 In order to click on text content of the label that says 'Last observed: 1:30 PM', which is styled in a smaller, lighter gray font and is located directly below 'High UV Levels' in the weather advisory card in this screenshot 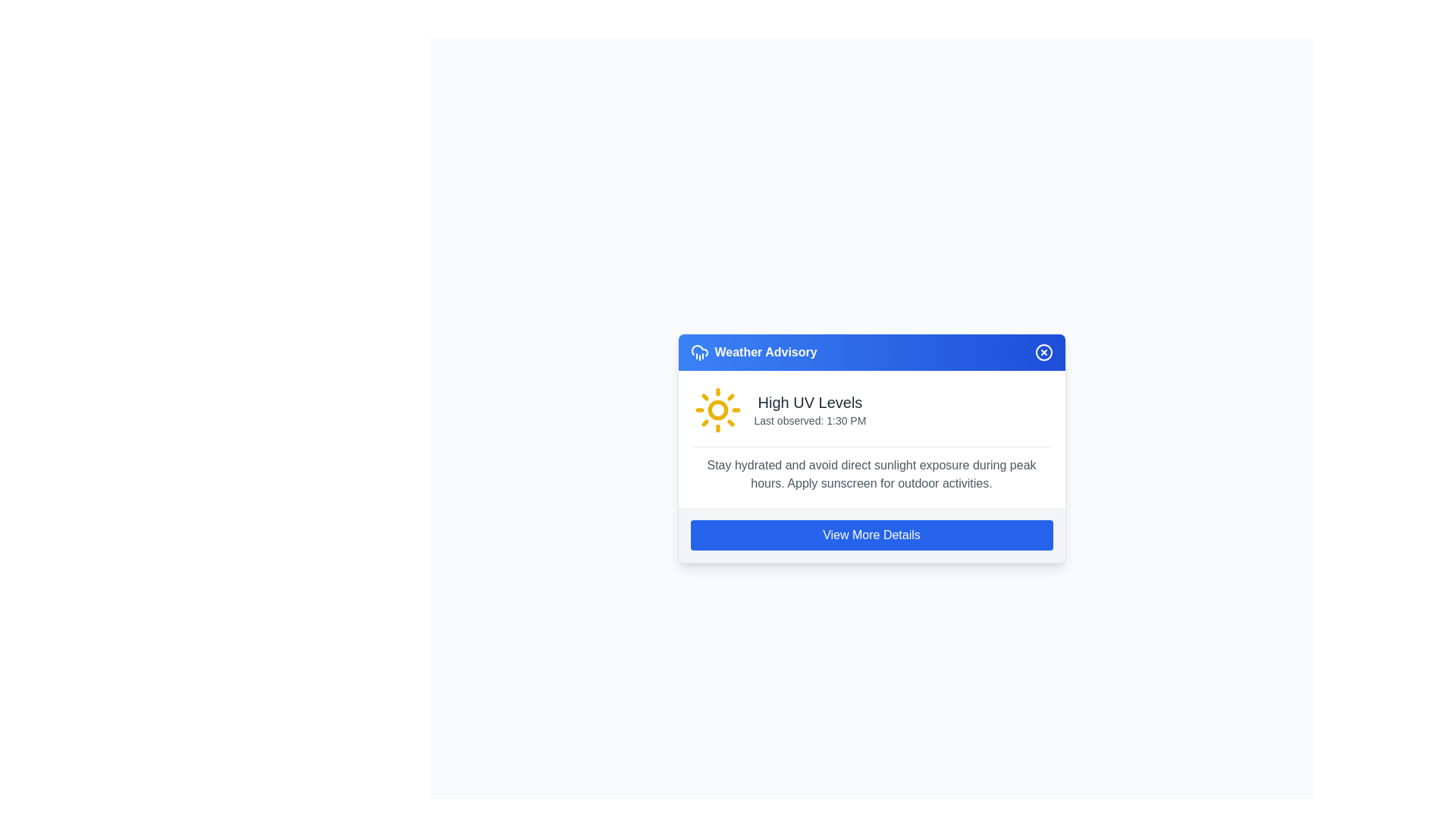, I will do `click(809, 420)`.